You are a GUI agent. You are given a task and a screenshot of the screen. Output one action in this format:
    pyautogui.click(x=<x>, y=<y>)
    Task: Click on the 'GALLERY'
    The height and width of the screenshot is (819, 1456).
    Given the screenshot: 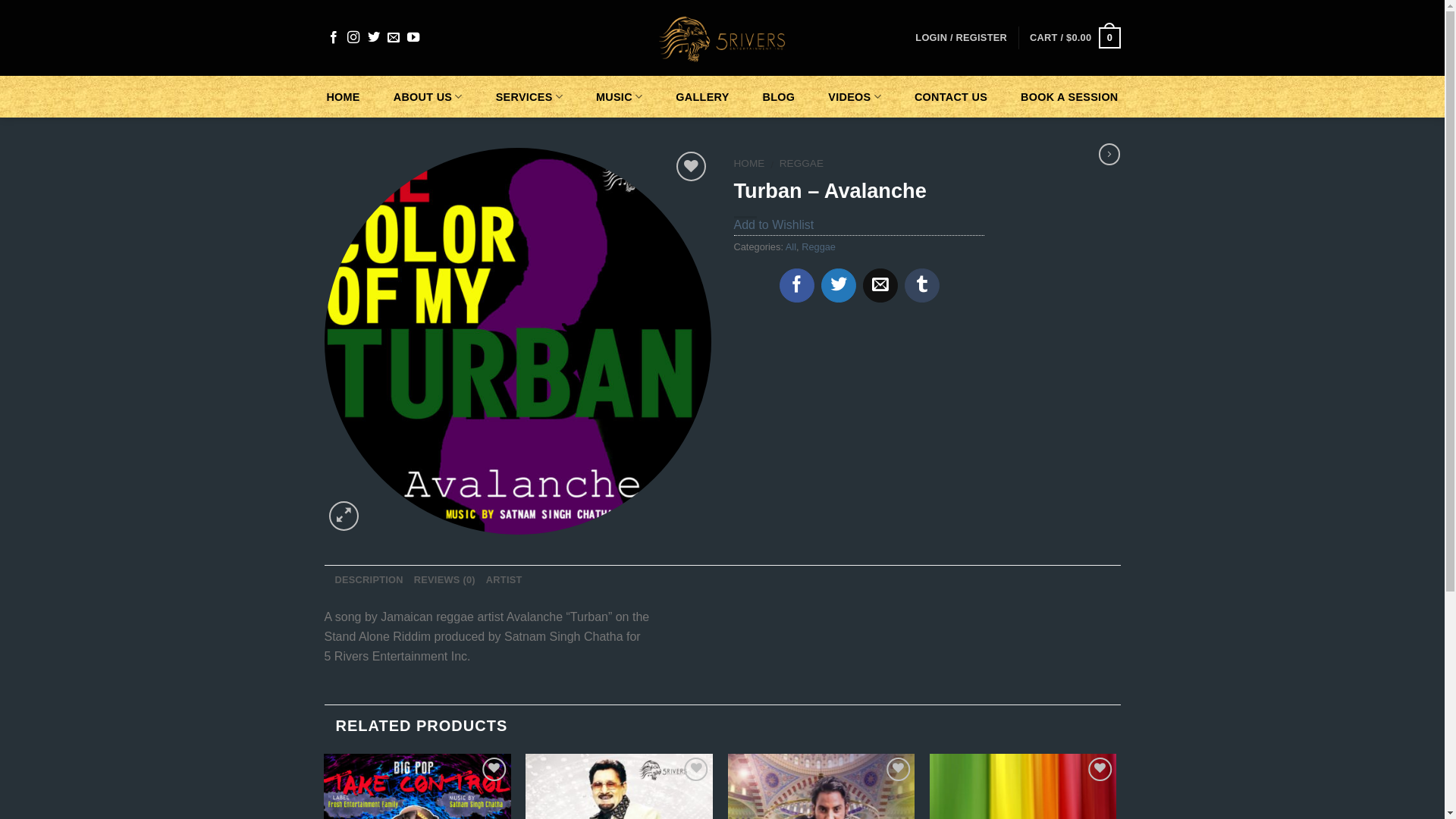 What is the action you would take?
    pyautogui.click(x=701, y=96)
    